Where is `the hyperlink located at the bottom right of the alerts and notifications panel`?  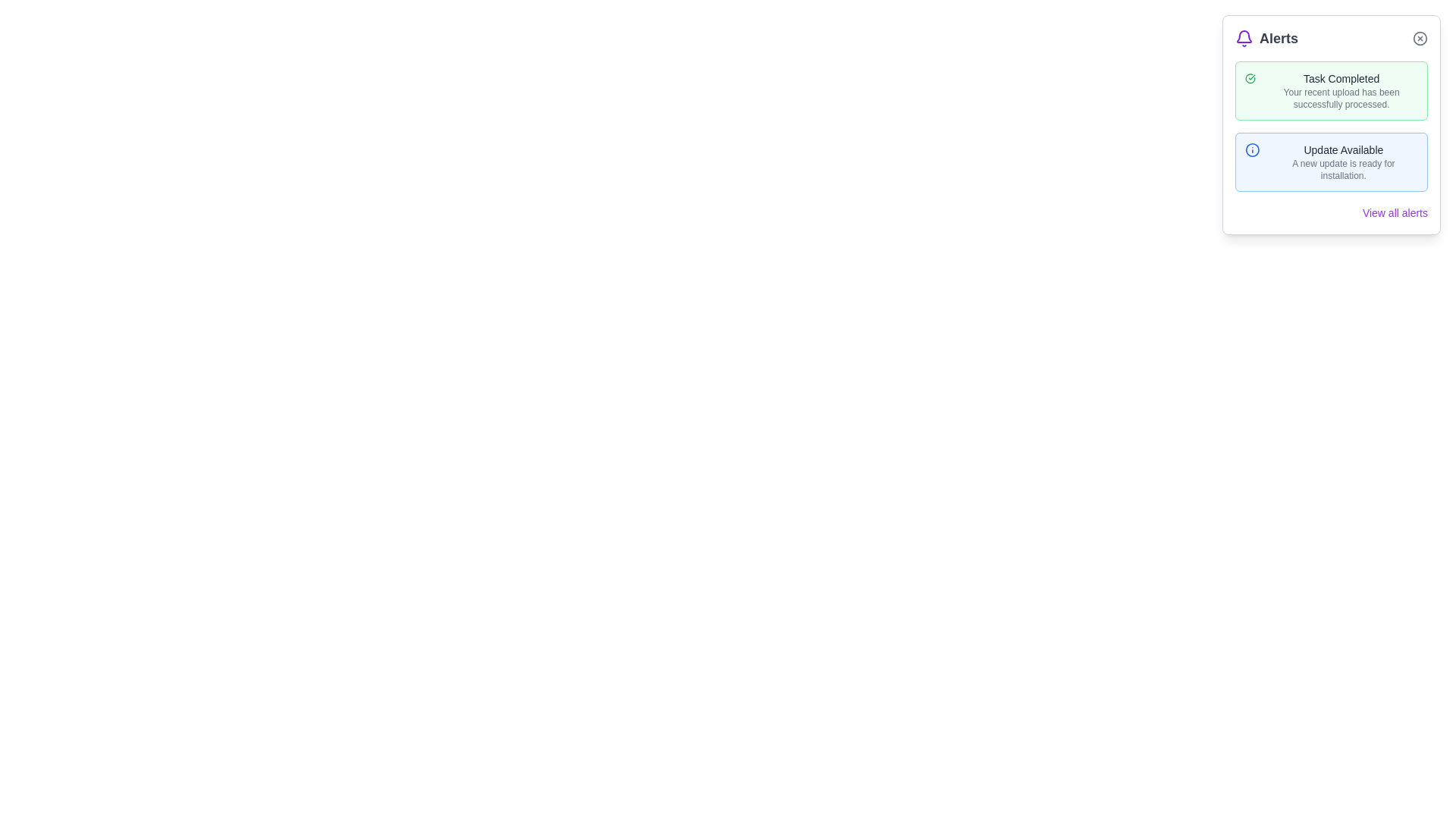
the hyperlink located at the bottom right of the alerts and notifications panel is located at coordinates (1395, 213).